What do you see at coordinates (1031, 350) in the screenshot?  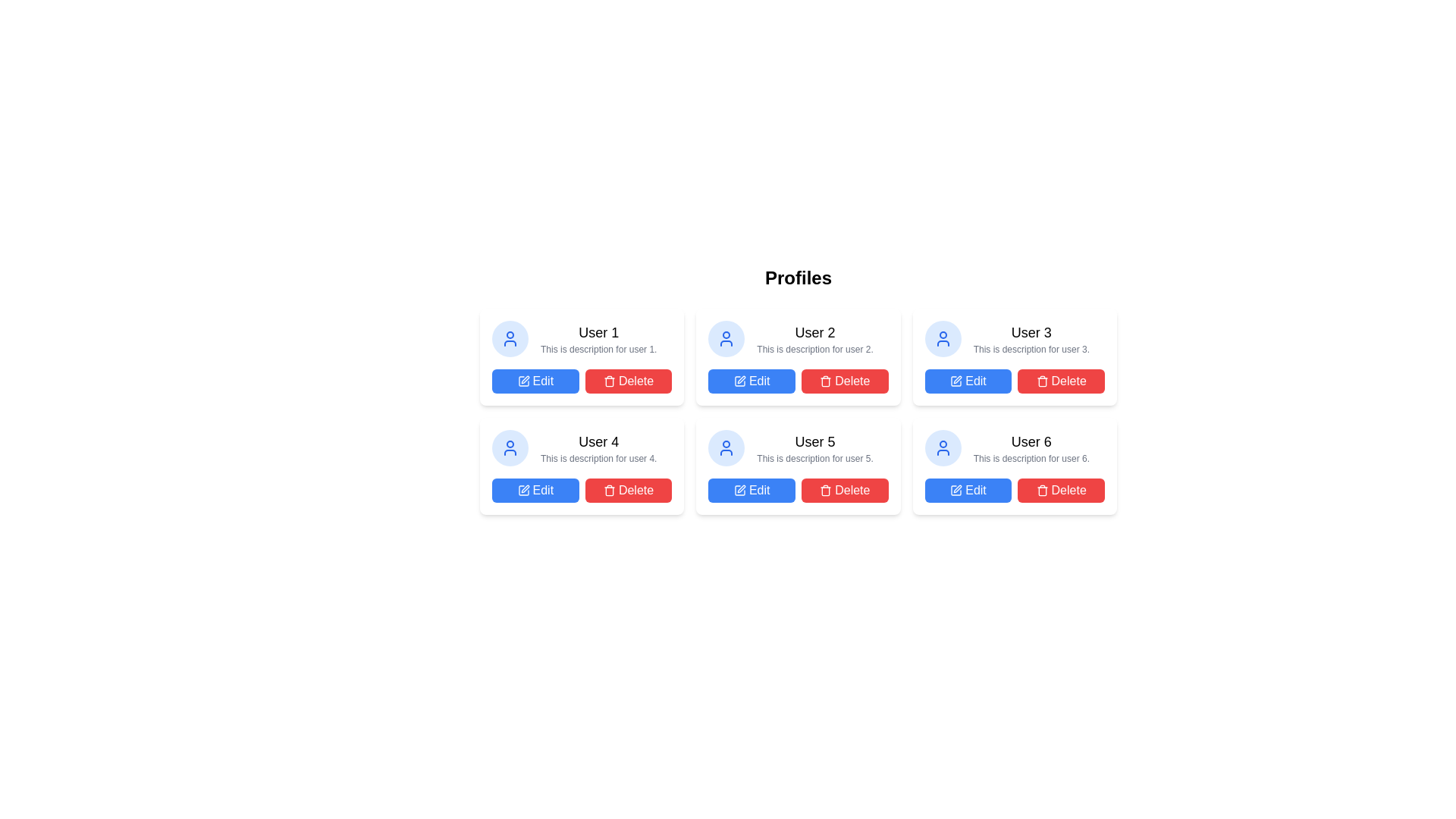 I see `the text label that contains 'This is description for user 3.' located below the title 'User 3' in the profile card at the top right corner of the profiles grid` at bounding box center [1031, 350].